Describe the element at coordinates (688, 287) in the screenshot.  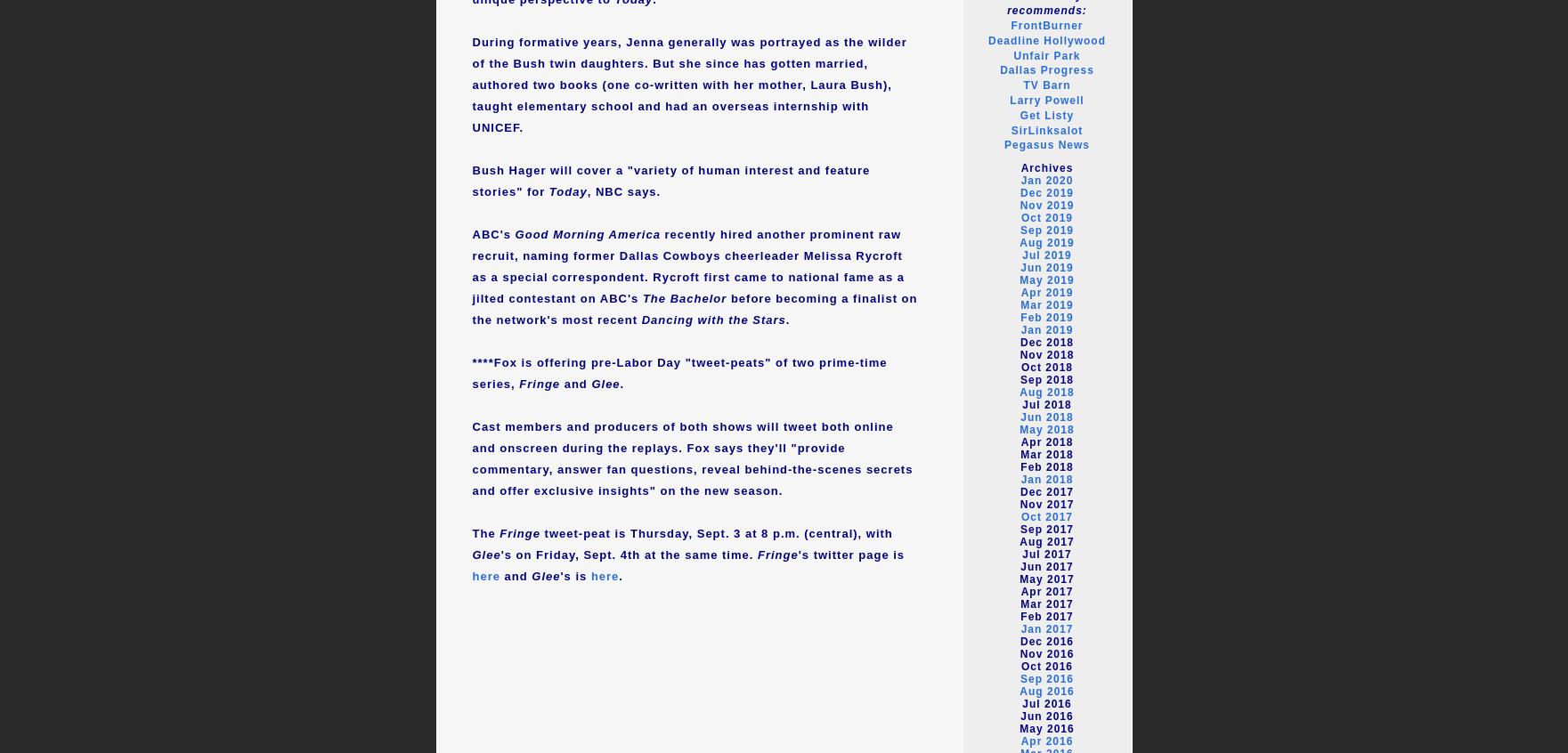
I see `'as a special correspondent. Rycroft first came to national fame as a jilted contestant on ABC's'` at that location.